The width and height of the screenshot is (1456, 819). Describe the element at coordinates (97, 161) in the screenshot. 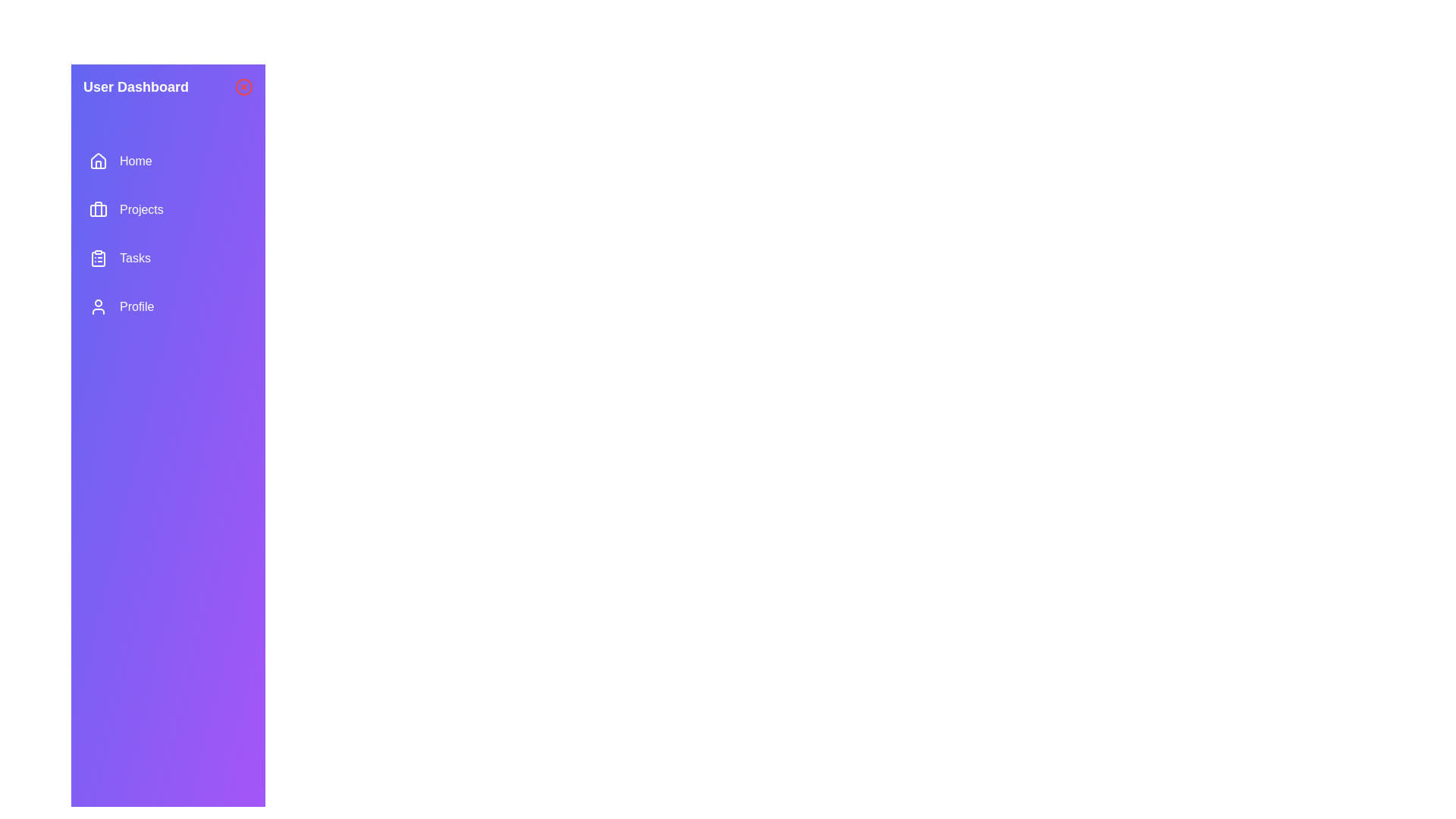

I see `the house-shaped icon located near the 'Home' label in the sidebar menu, which is the first element within the sidebar options` at that location.